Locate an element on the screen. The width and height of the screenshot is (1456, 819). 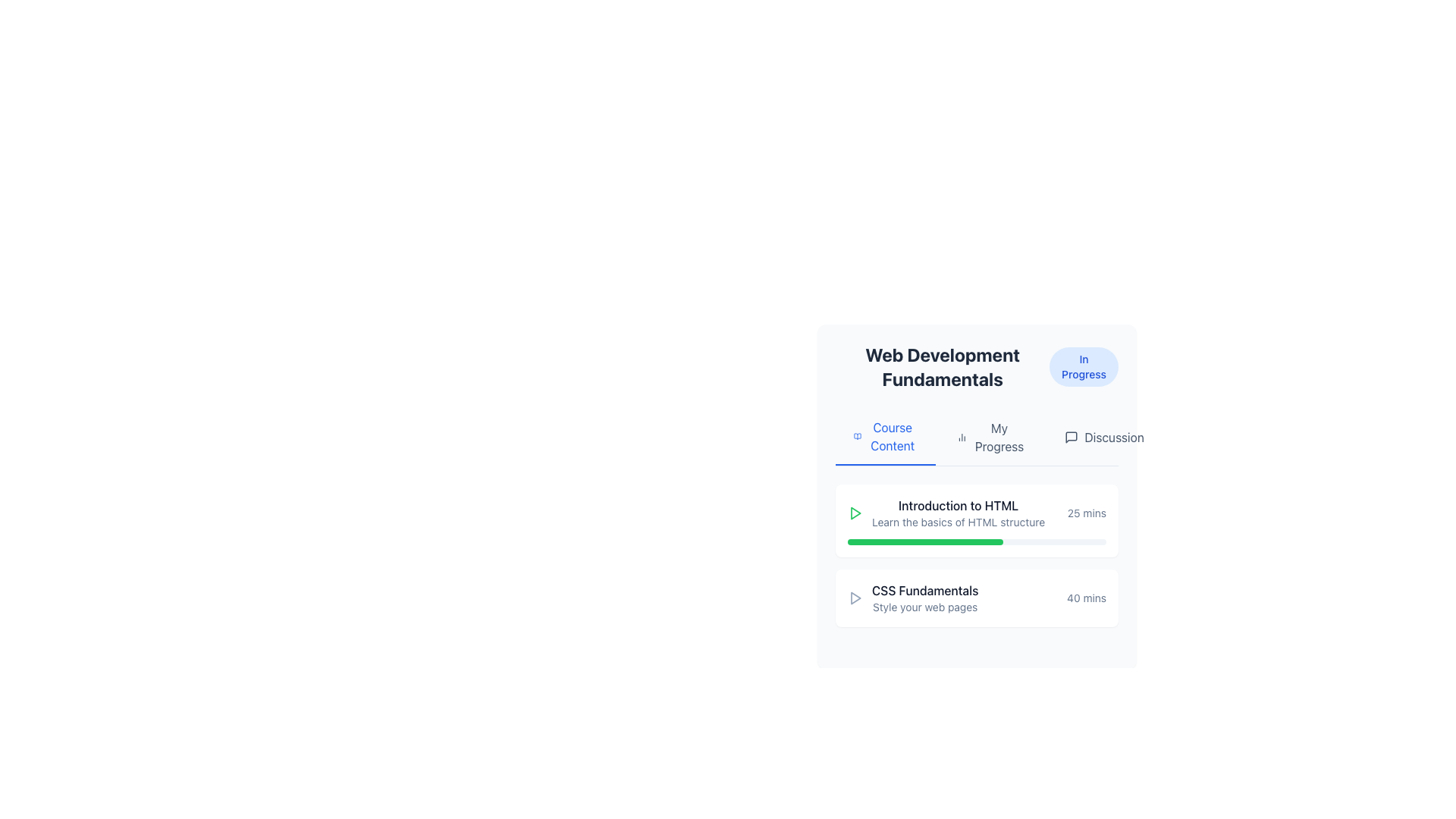
the Course item entry titled 'CSS Fundamentals' is located at coordinates (977, 598).